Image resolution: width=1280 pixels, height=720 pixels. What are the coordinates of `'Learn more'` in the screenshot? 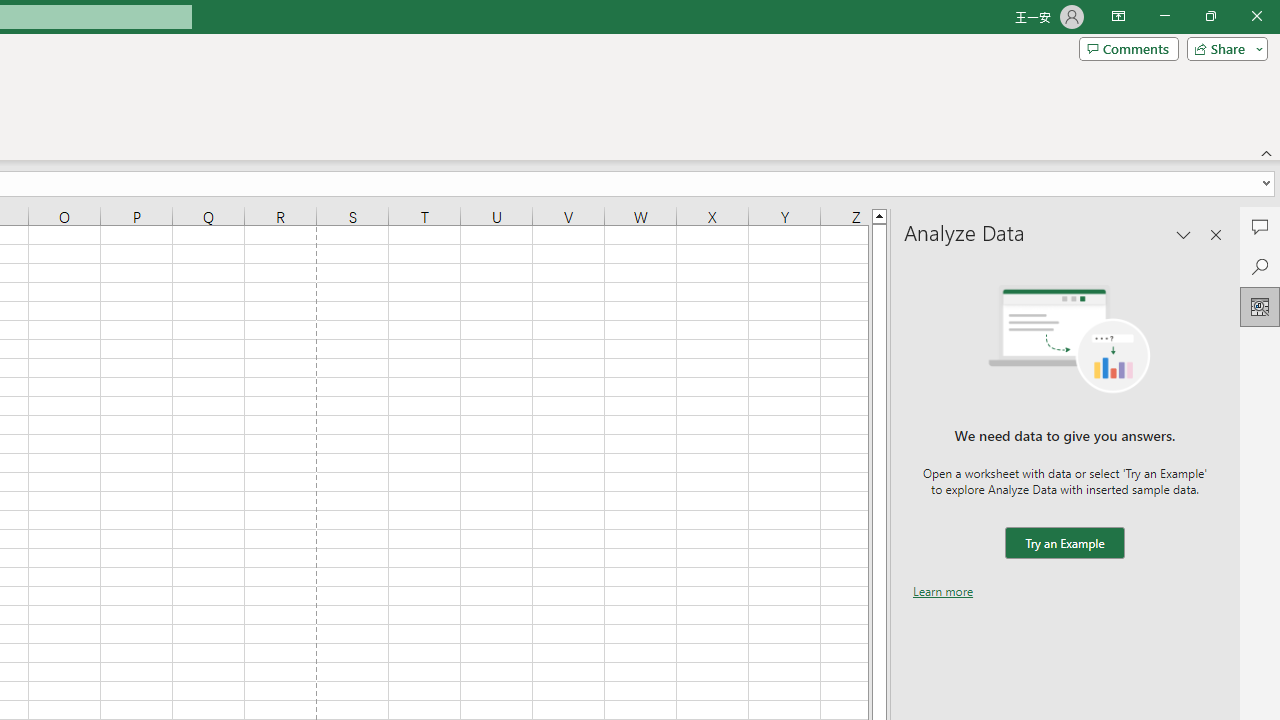 It's located at (942, 590).